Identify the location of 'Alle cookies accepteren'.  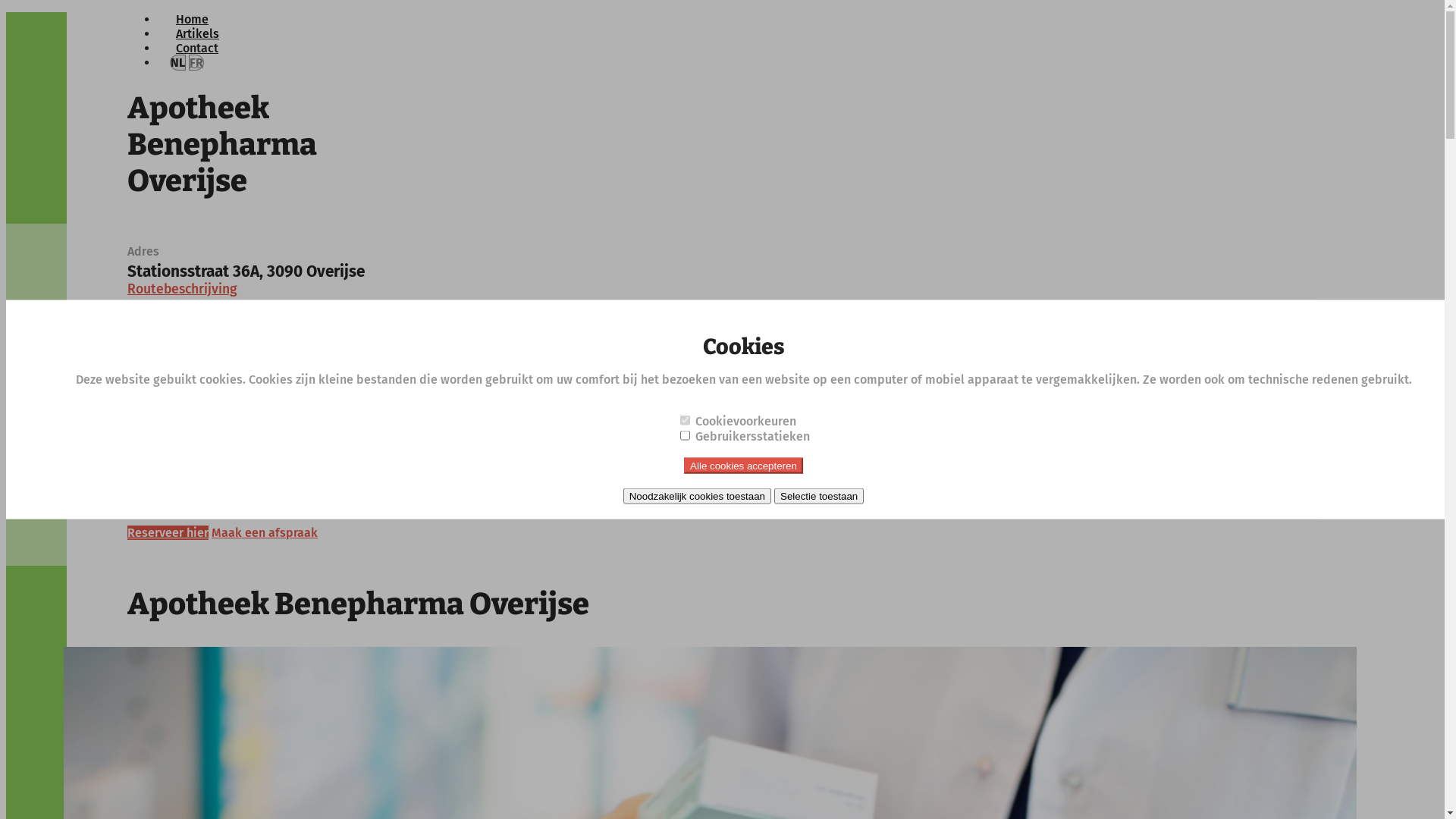
(743, 464).